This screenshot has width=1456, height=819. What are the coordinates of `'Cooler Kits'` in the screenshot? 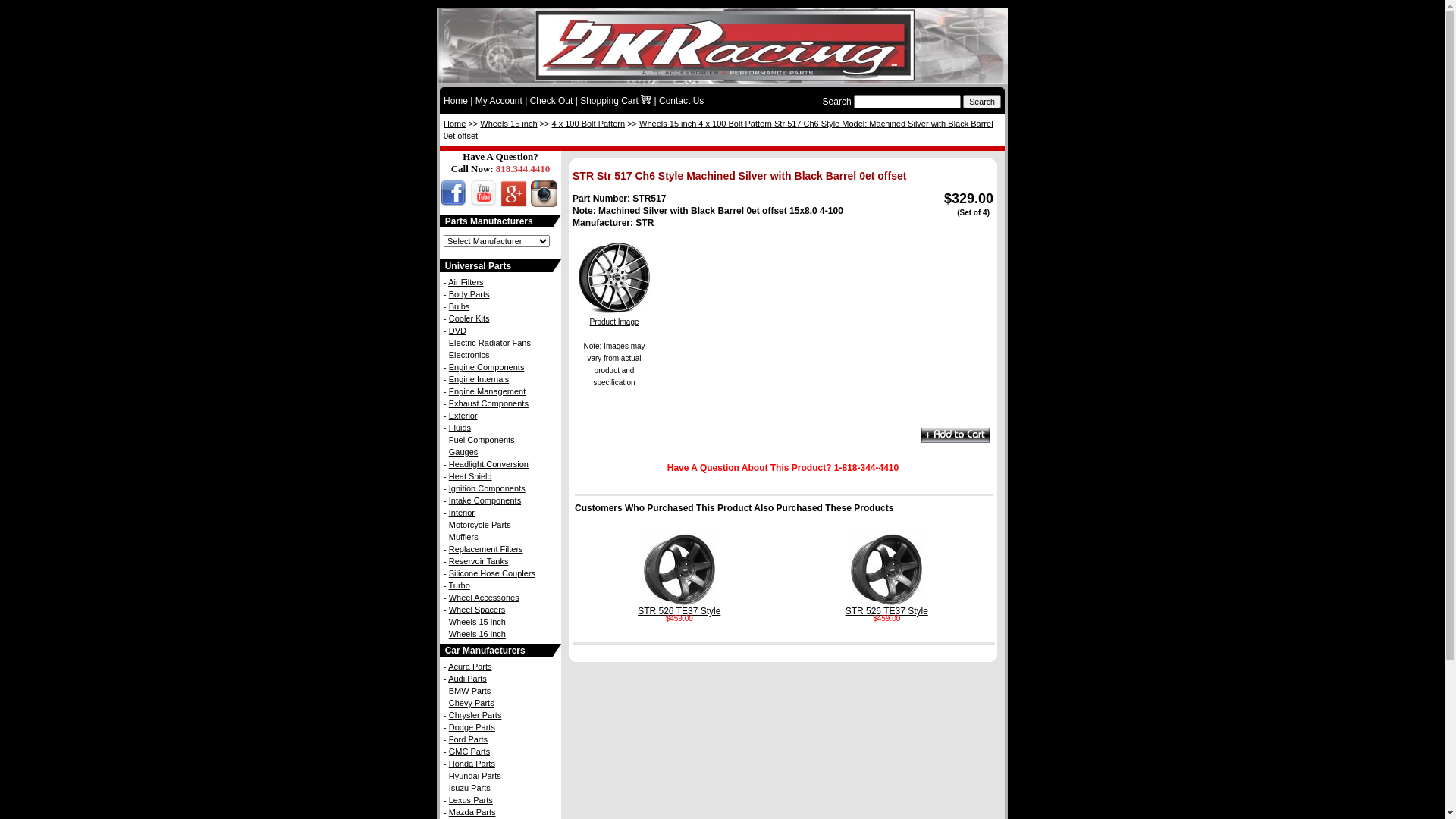 It's located at (447, 318).